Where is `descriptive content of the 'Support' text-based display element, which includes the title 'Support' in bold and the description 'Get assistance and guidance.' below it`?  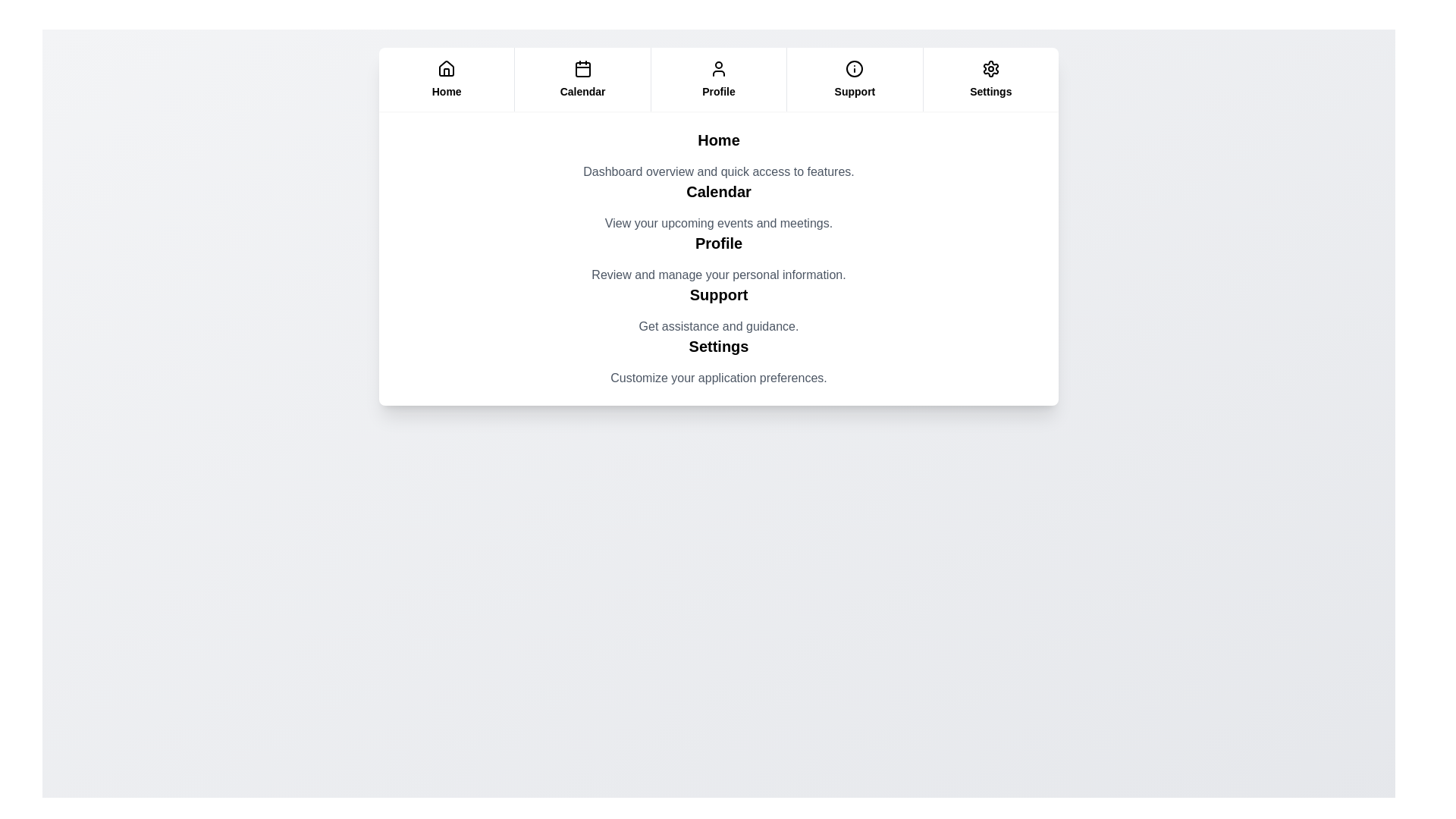
descriptive content of the 'Support' text-based display element, which includes the title 'Support' in bold and the description 'Get assistance and guidance.' below it is located at coordinates (718, 309).